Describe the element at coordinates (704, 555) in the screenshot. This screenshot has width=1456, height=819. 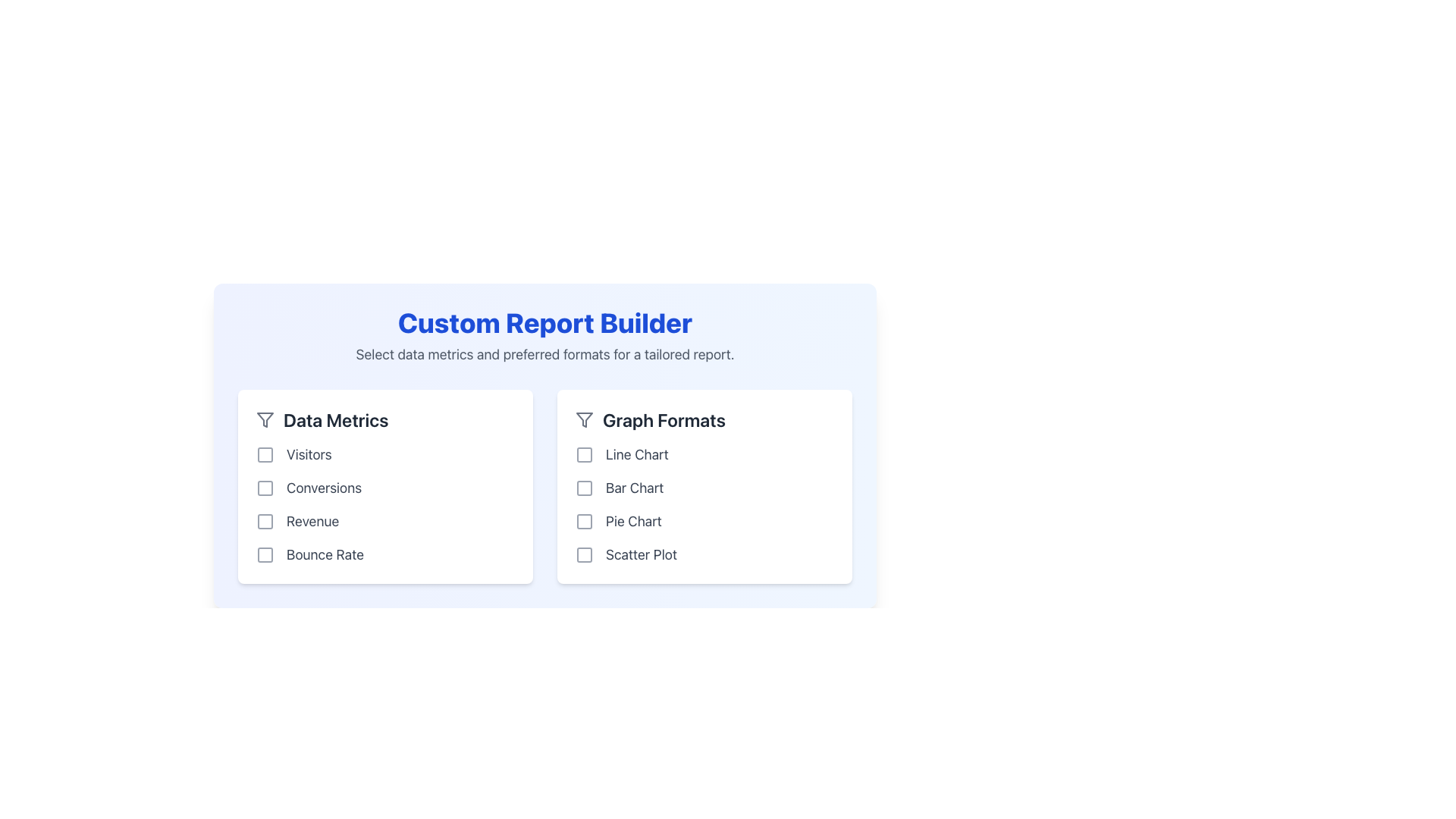
I see `the unselected checkbox labeled 'Scatter Plot' located at the bottom of the 'Graph Formats' section` at that location.